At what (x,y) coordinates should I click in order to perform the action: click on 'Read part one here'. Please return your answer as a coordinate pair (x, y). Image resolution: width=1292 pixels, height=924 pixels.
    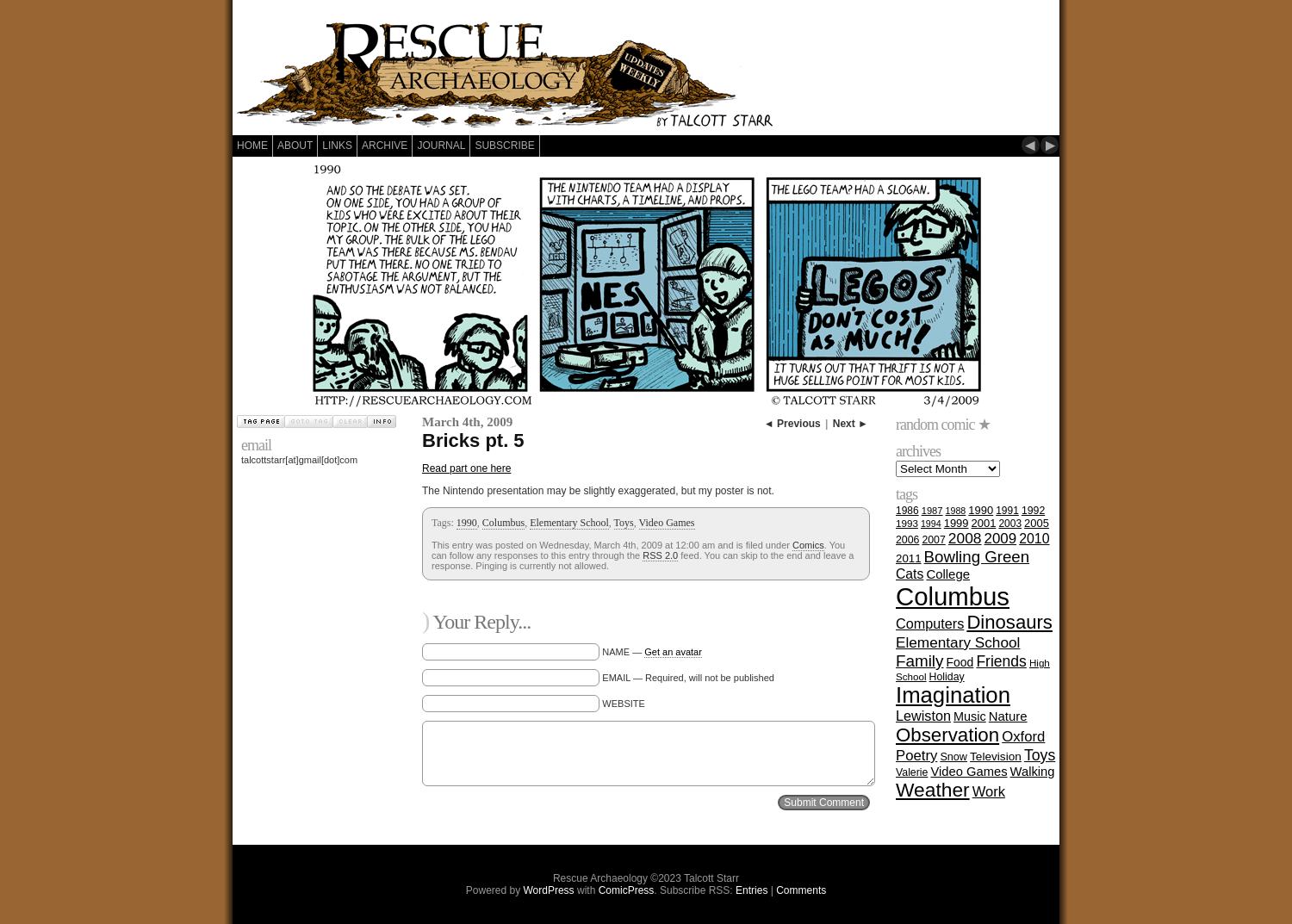
    Looking at the image, I should click on (466, 468).